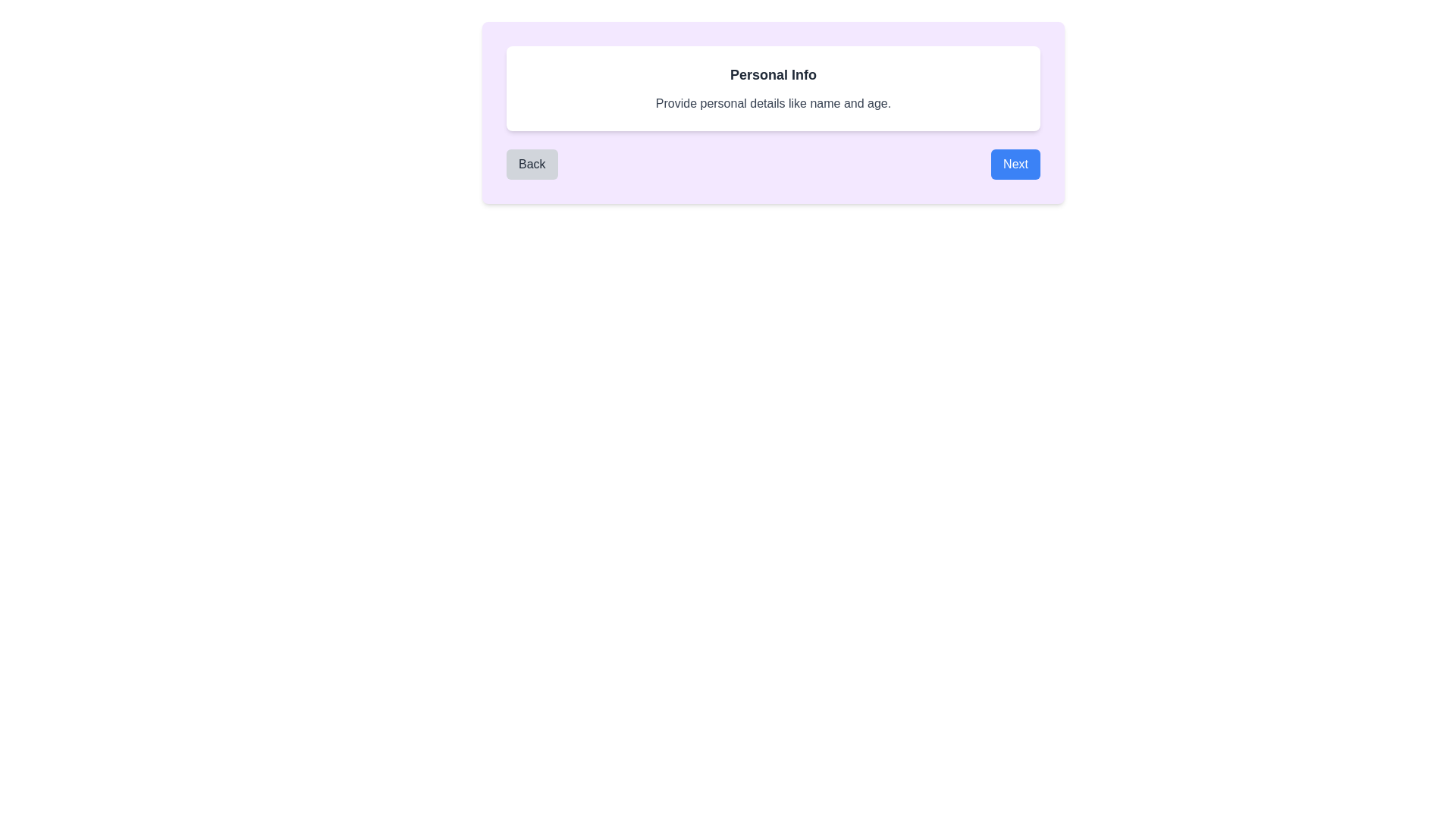  Describe the element at coordinates (532, 164) in the screenshot. I see `the 'Back' button to navigate to the previous page` at that location.